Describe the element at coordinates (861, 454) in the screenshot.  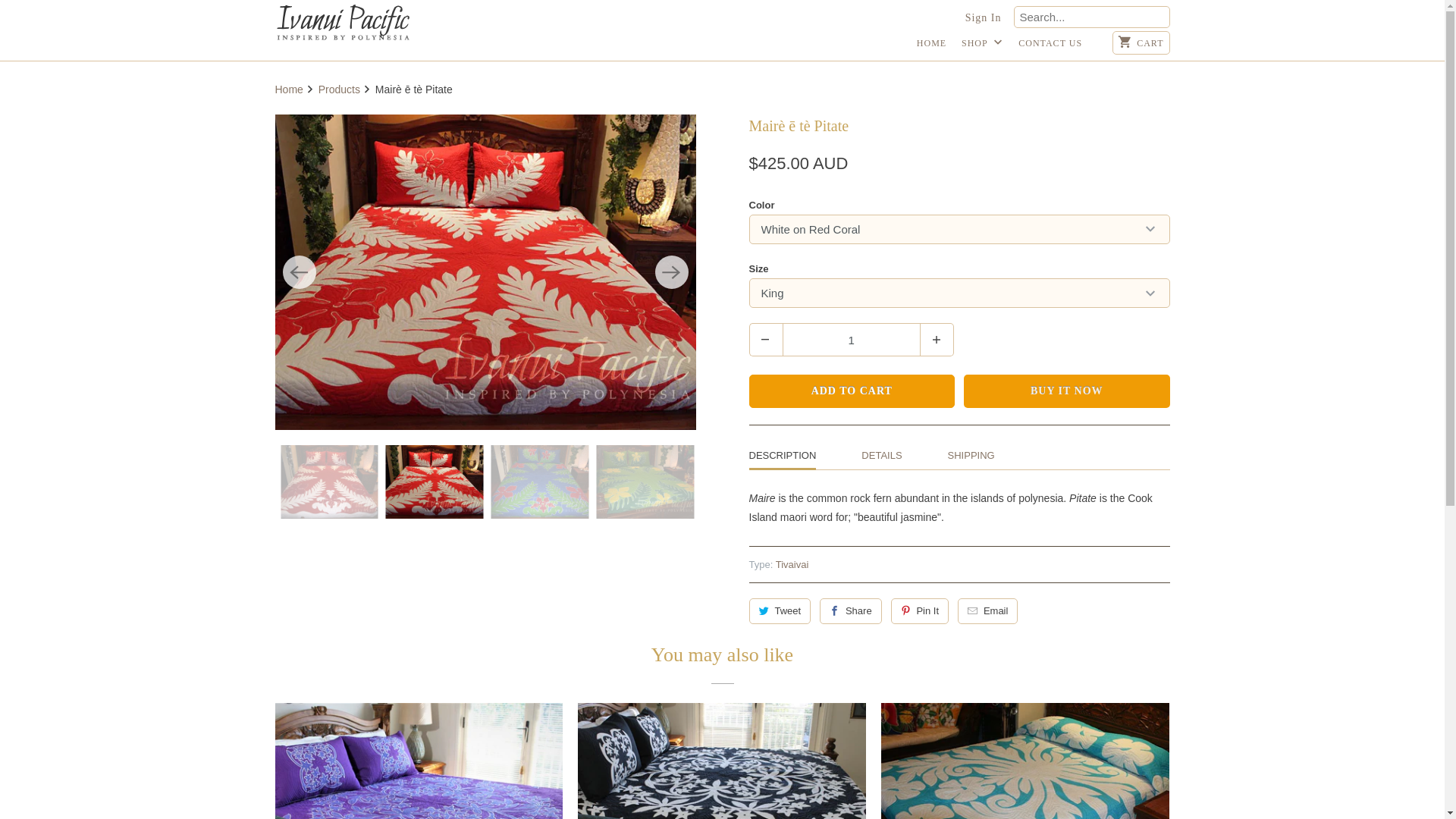
I see `'DETAILS'` at that location.